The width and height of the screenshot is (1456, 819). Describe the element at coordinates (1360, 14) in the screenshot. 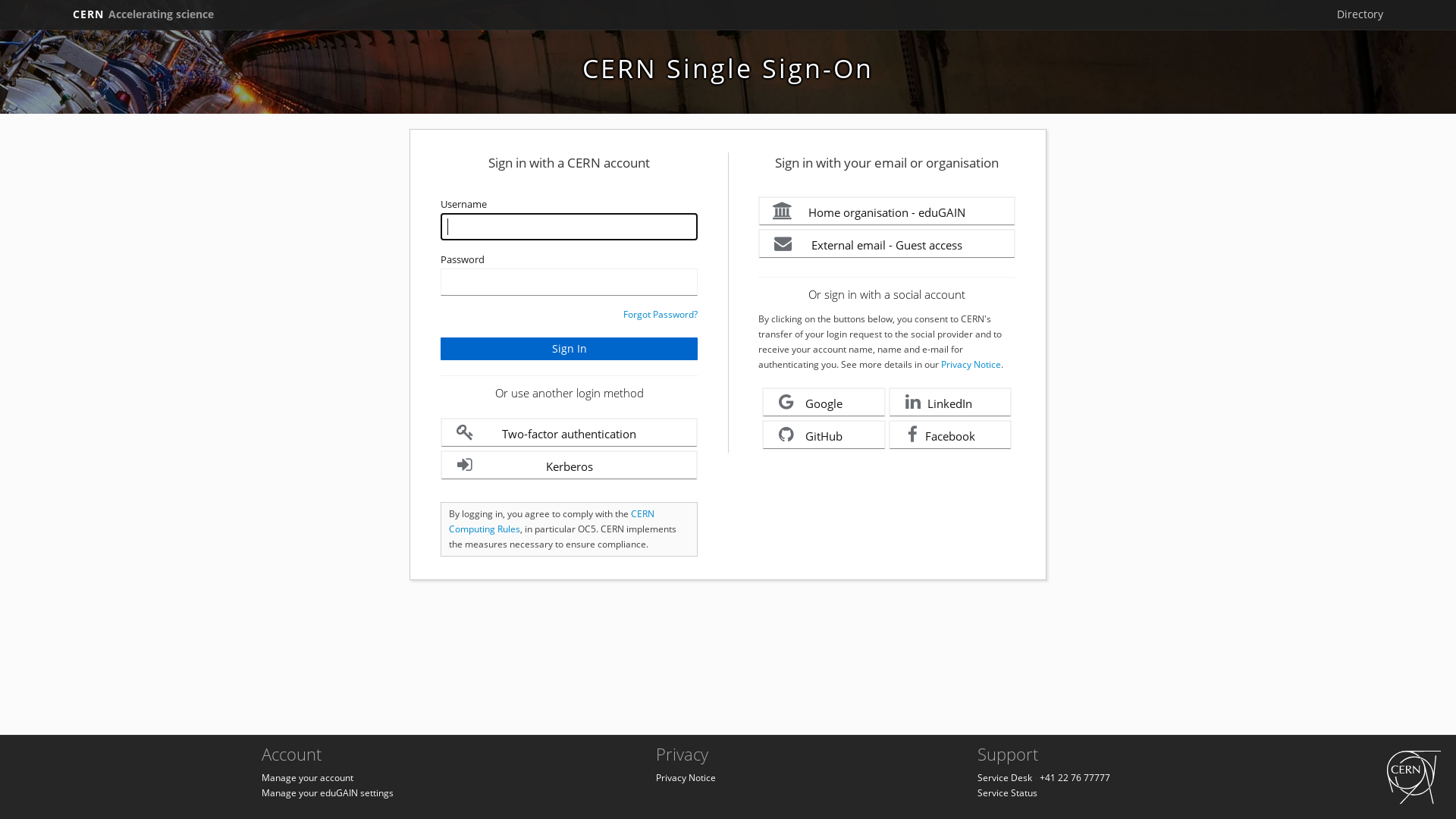

I see `'Directory'` at that location.